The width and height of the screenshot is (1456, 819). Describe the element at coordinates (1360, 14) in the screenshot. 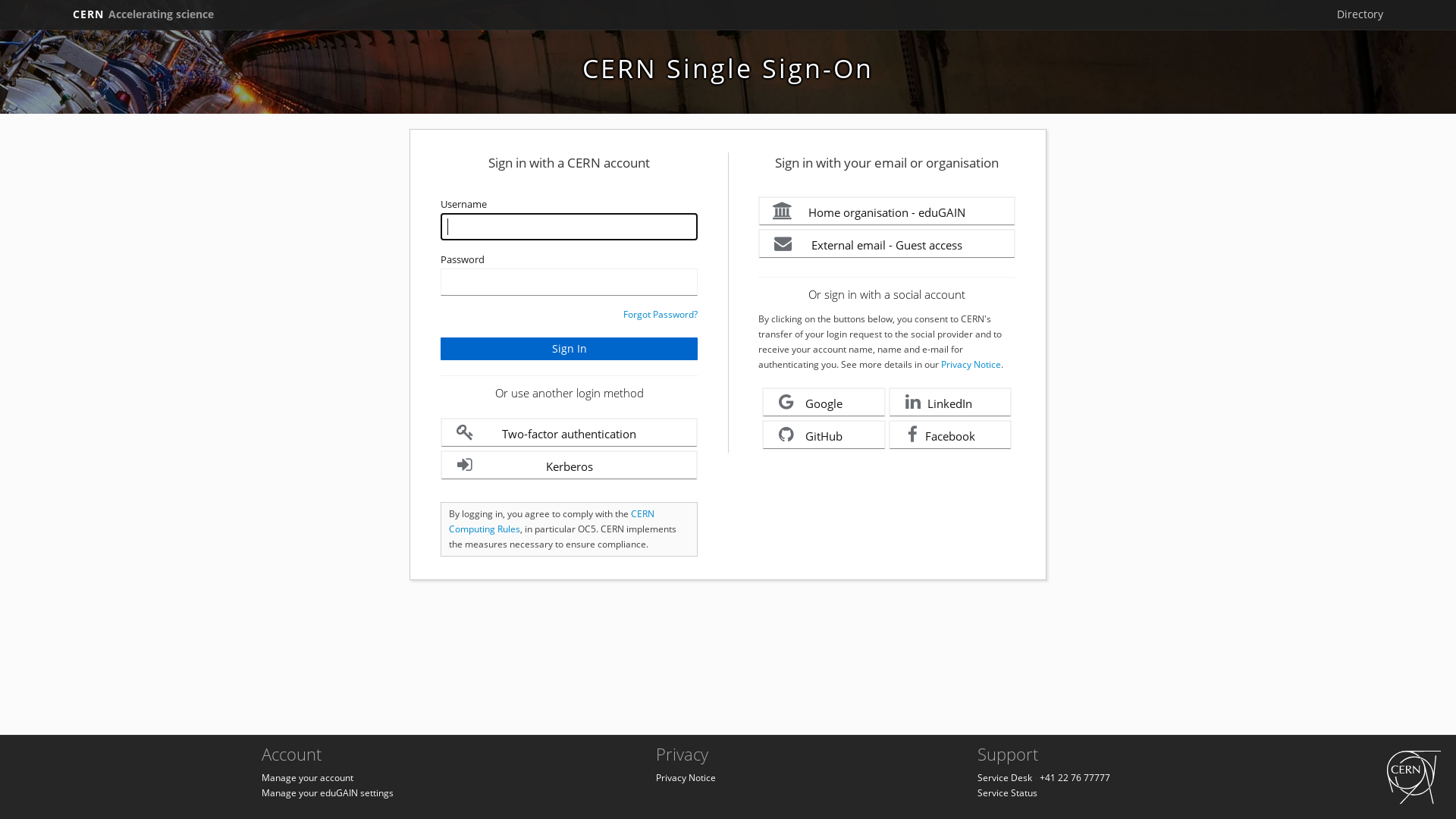

I see `'Directory'` at that location.